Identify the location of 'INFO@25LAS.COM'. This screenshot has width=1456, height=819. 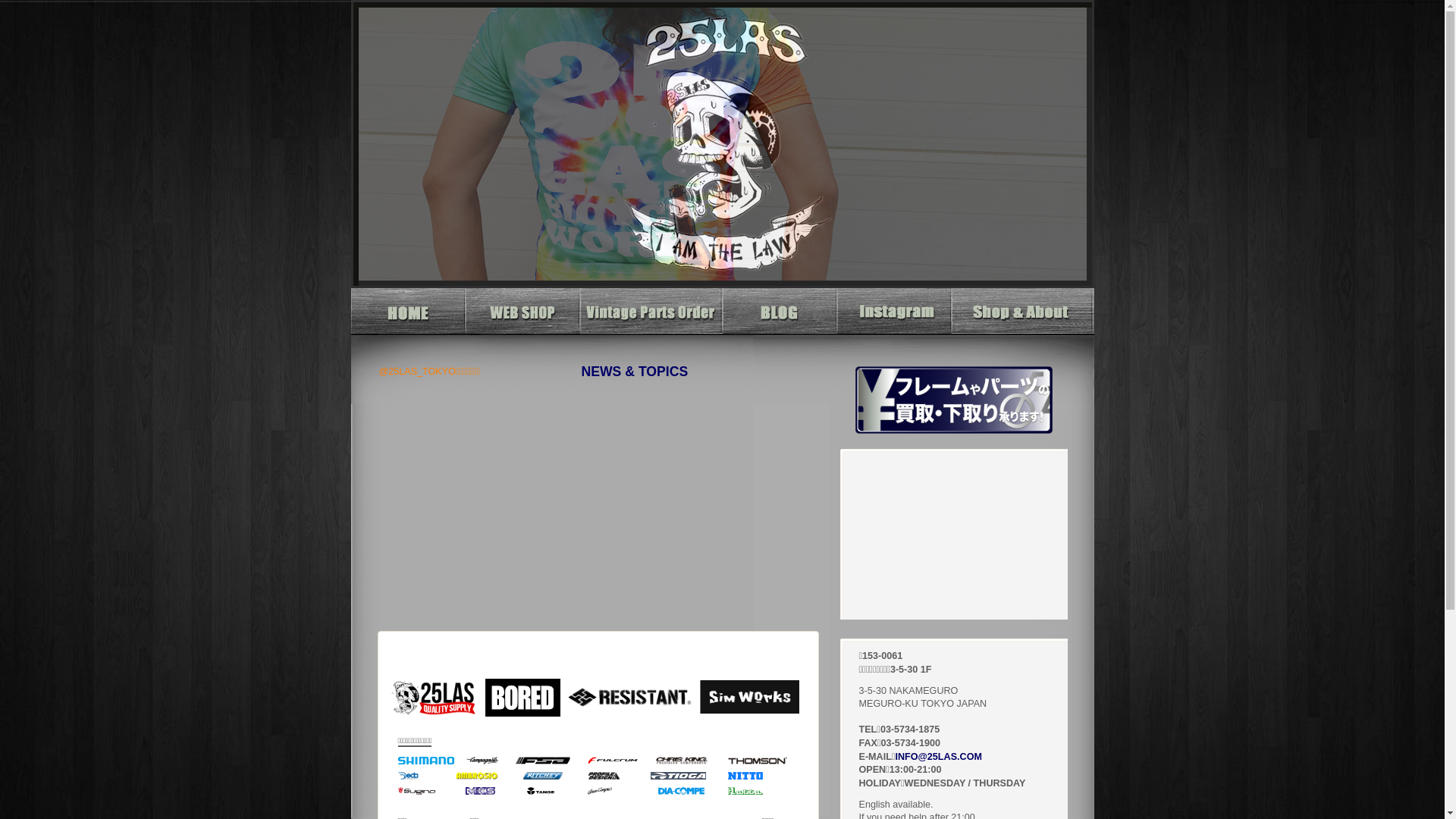
(937, 757).